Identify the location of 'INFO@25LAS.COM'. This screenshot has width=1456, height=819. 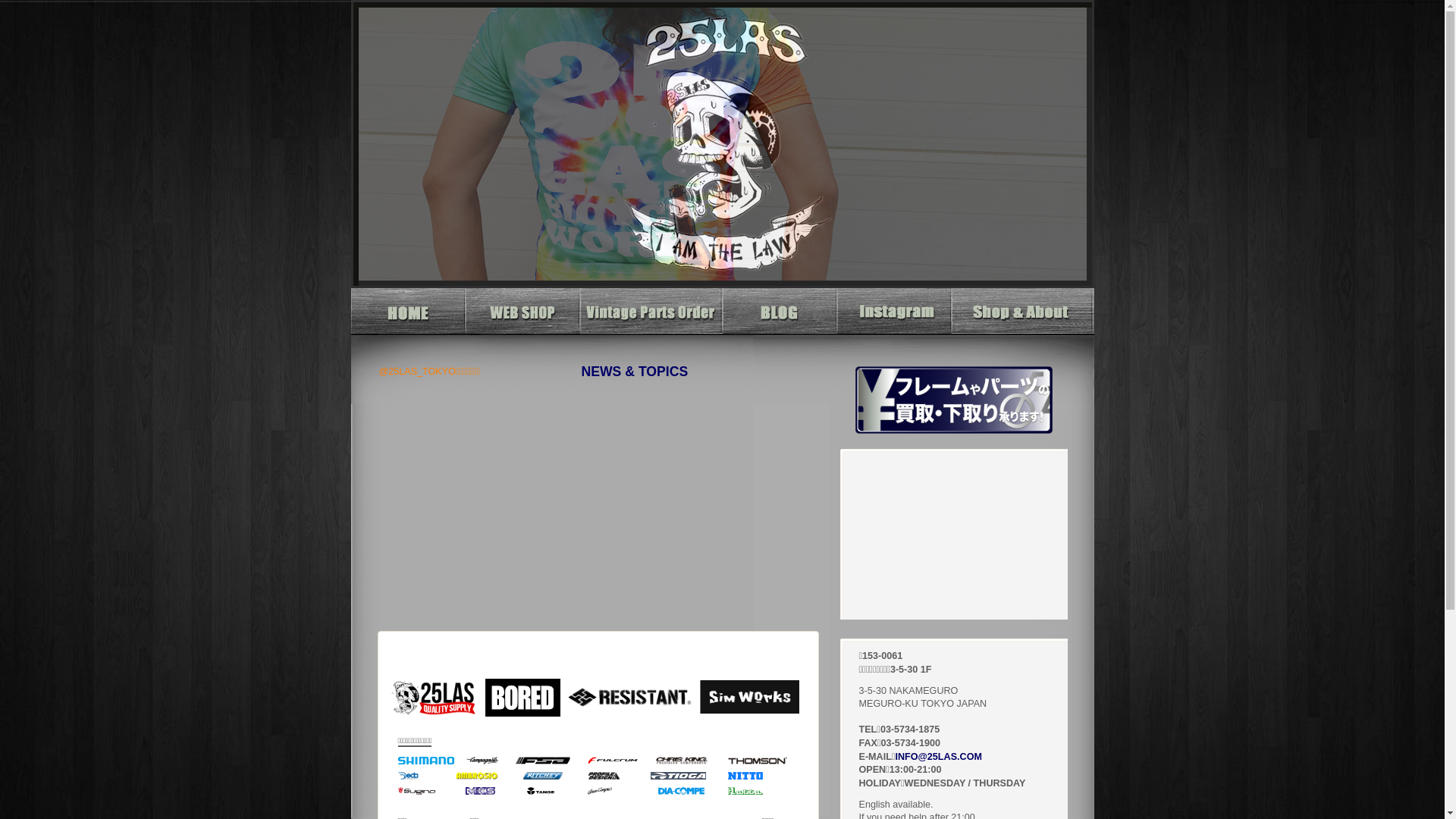
(937, 757).